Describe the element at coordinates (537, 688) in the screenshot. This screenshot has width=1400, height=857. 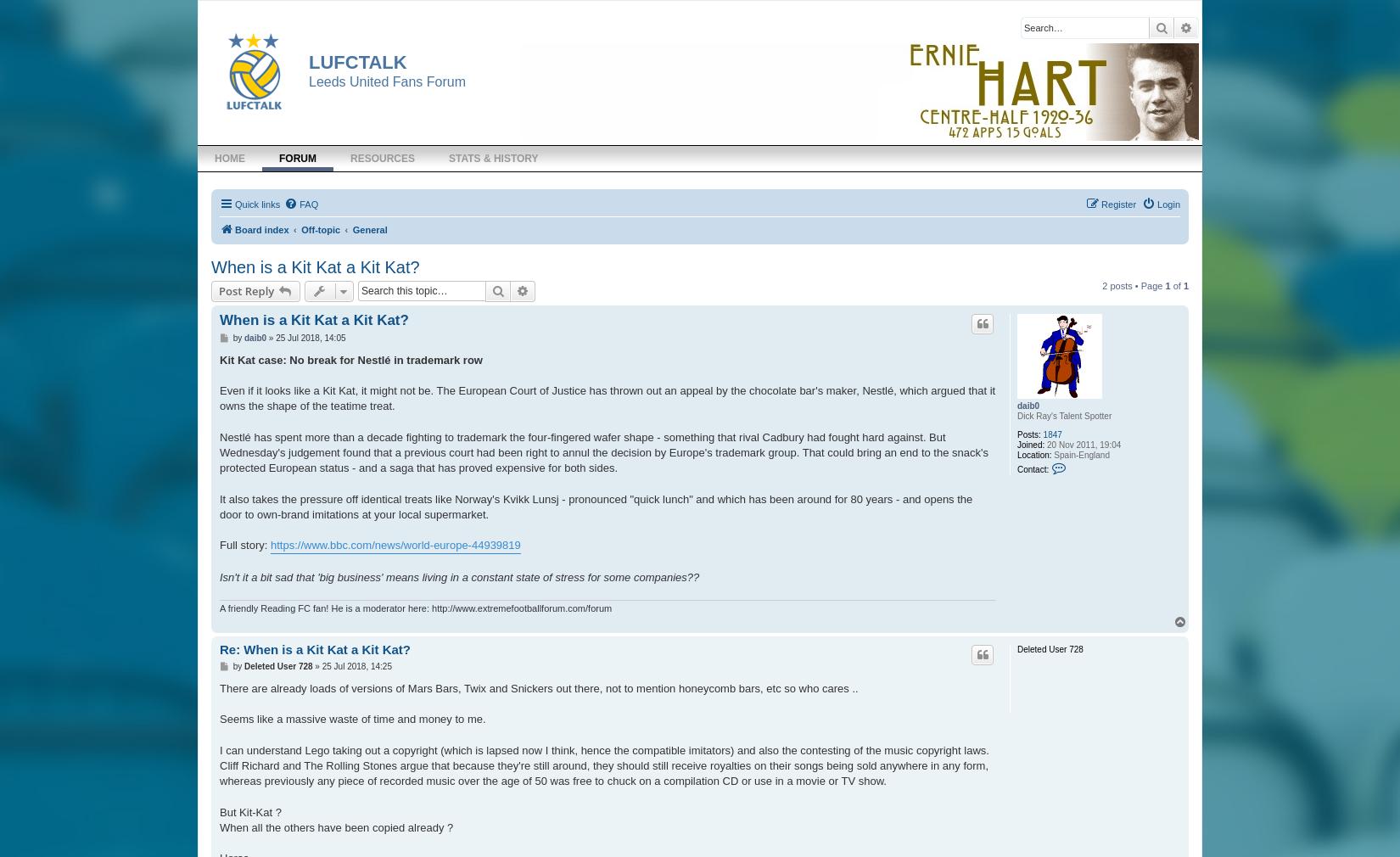
I see `'There are already loads of versions of Mars Bars, Twix and Snickers out there, not to mention honeycomb bars, etc so who cares ..'` at that location.